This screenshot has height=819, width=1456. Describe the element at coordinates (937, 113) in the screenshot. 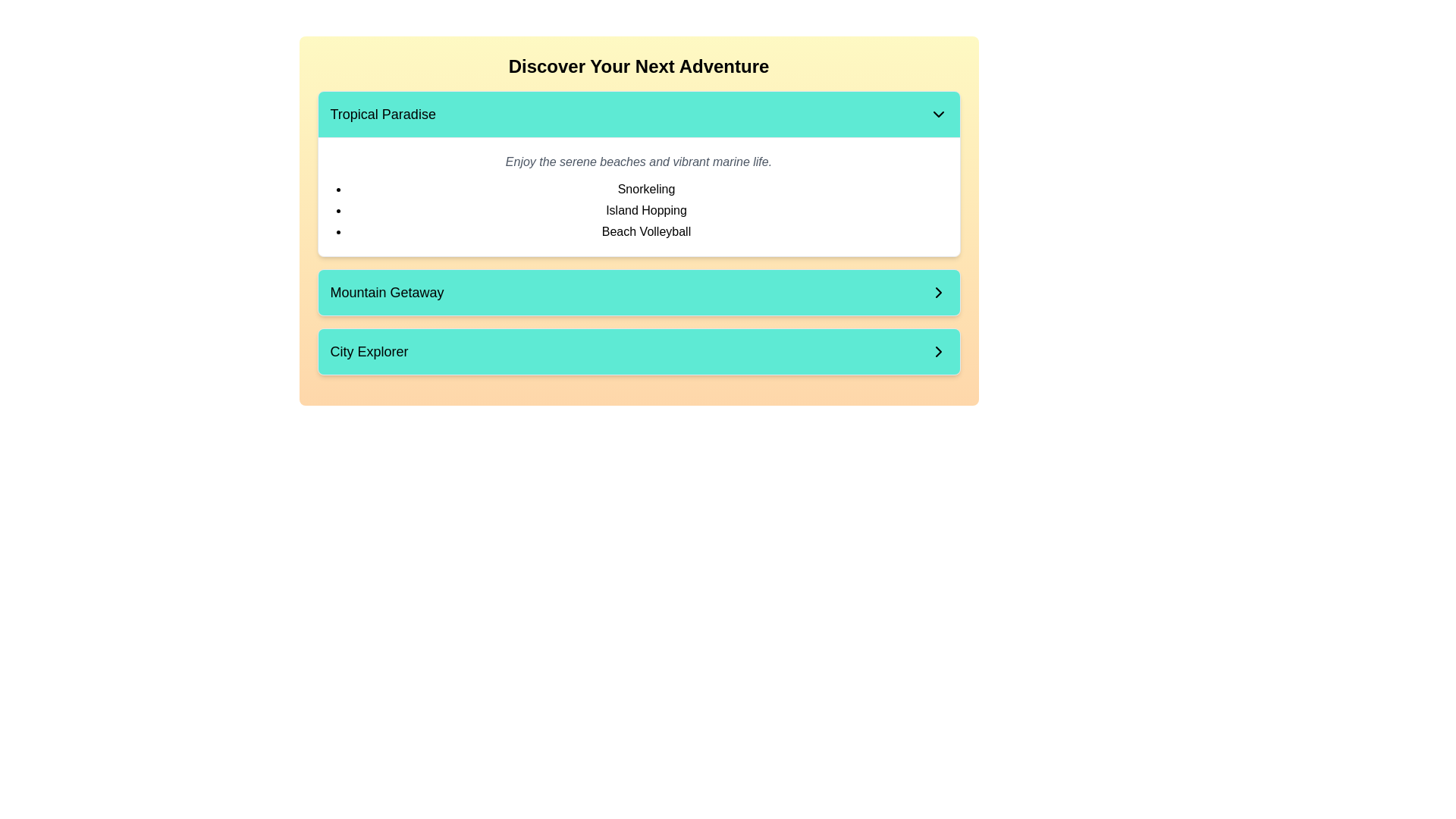

I see `the Chevron-Down icon located at the far-right end of the 'Tropical Paradise' section header` at that location.